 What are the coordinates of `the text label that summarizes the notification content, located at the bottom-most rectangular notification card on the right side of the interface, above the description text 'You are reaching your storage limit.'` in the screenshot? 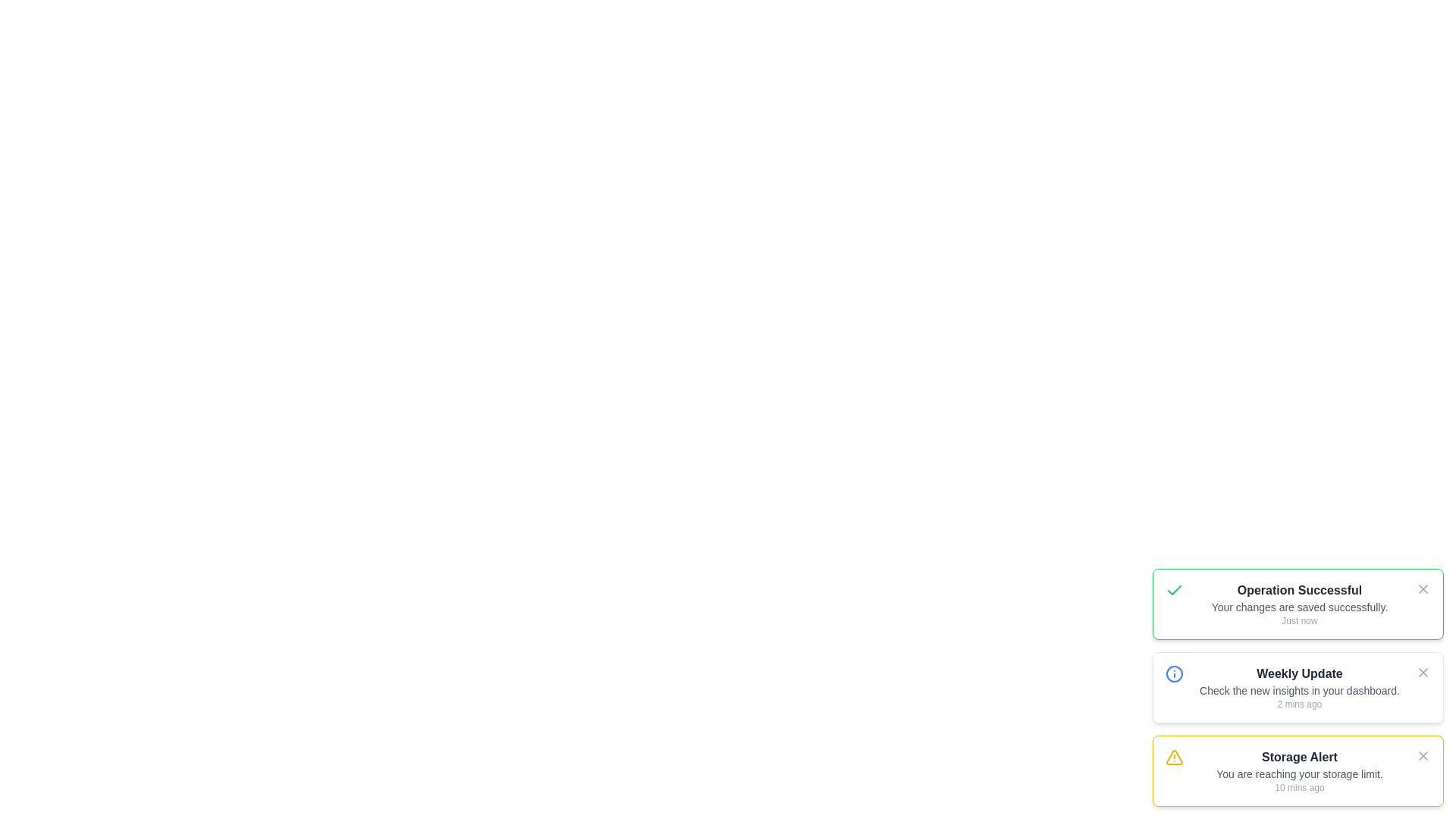 It's located at (1298, 758).